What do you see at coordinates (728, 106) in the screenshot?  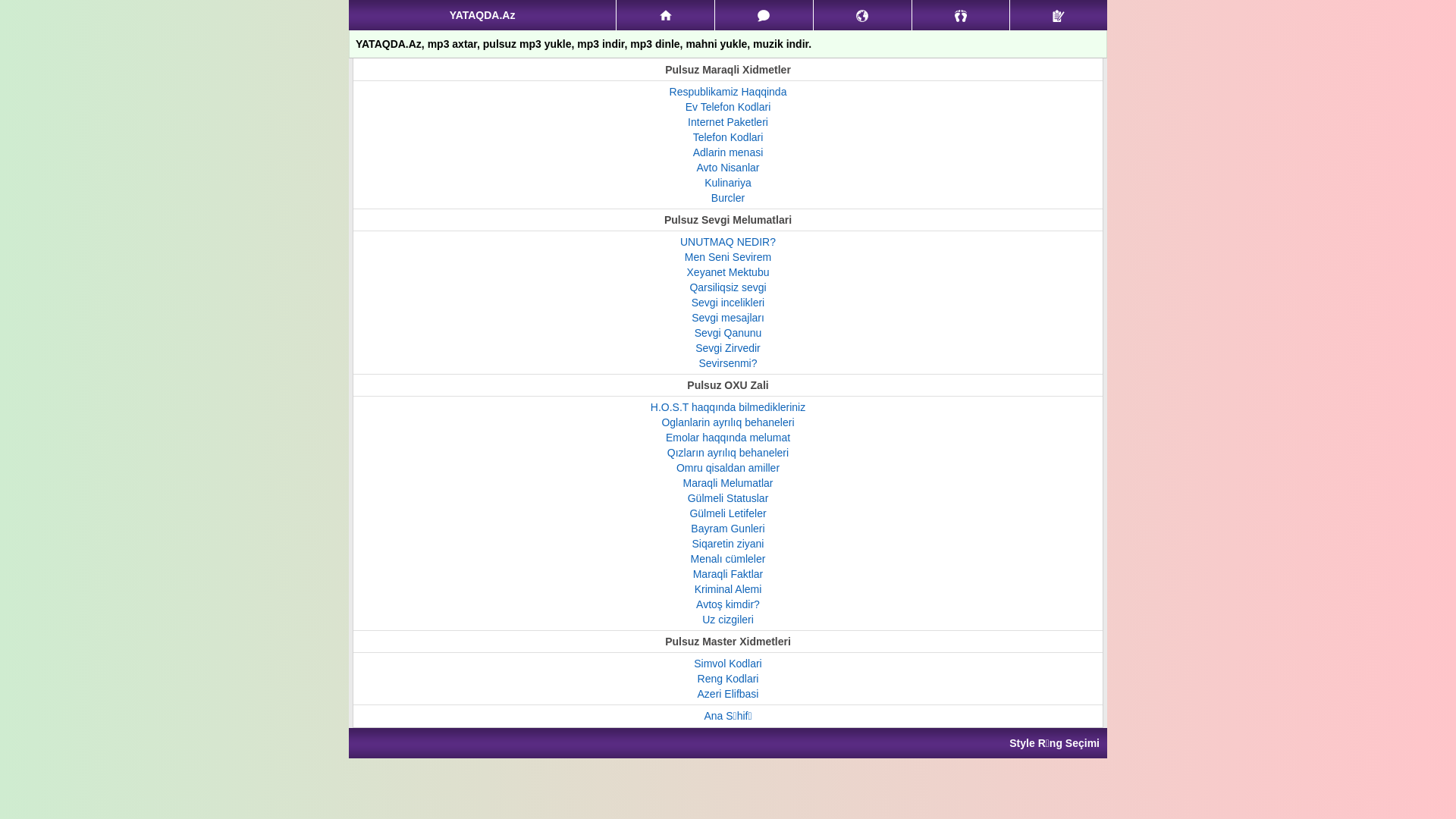 I see `'Ev Telefon Kodlari'` at bounding box center [728, 106].